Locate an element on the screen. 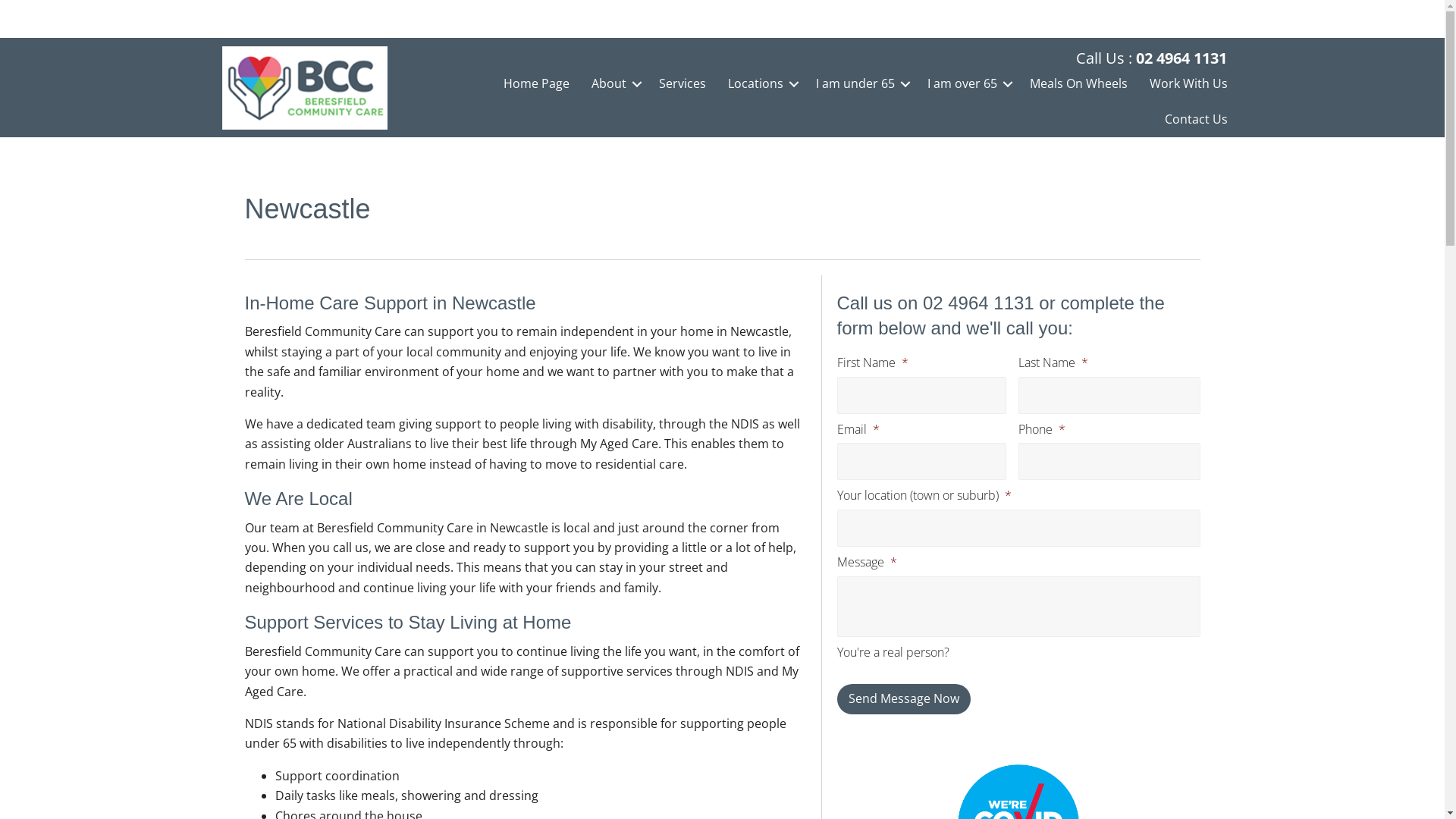 The image size is (1456, 819). 'About' is located at coordinates (614, 83).